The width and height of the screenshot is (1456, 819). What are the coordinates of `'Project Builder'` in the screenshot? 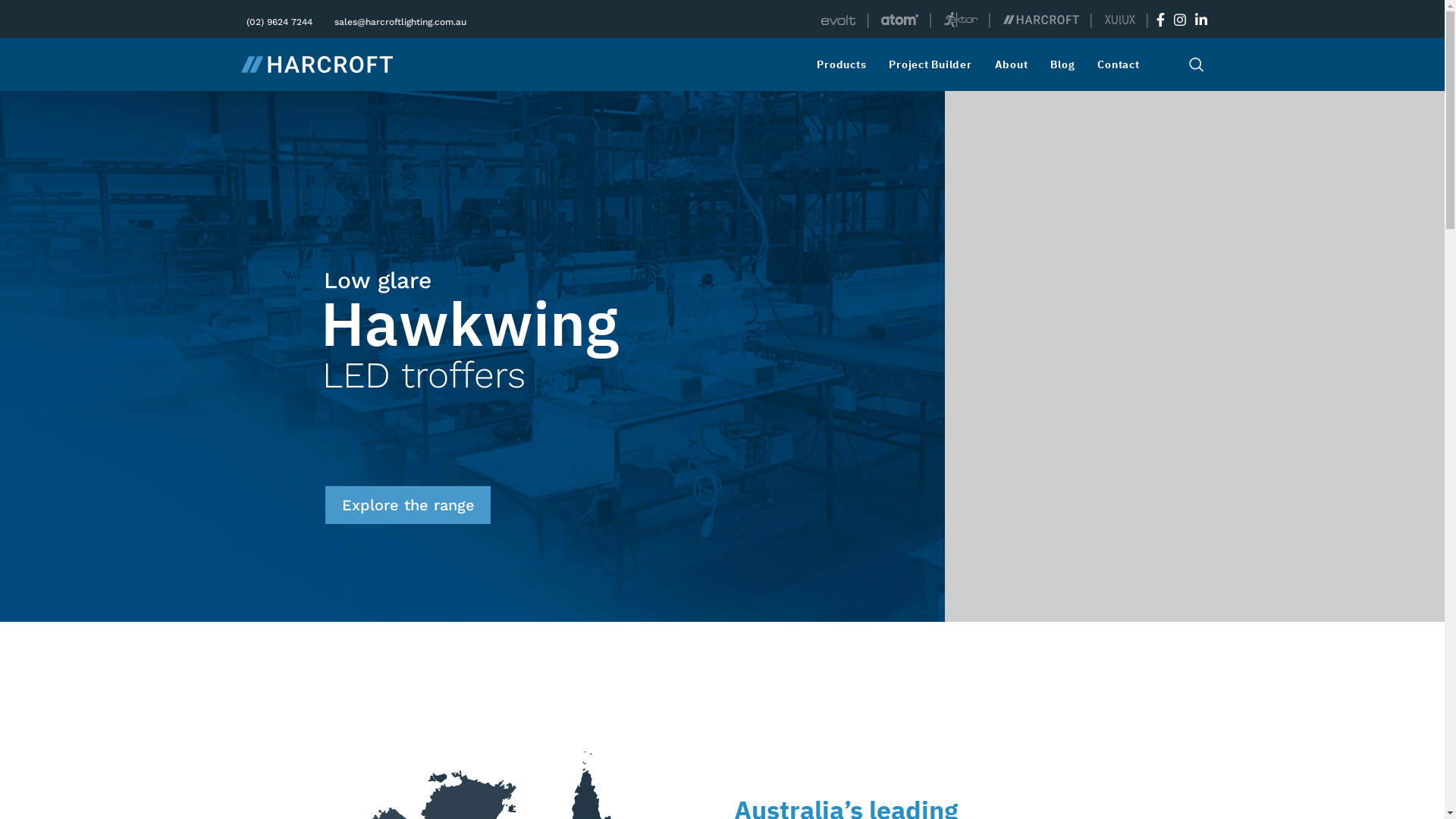 It's located at (933, 63).